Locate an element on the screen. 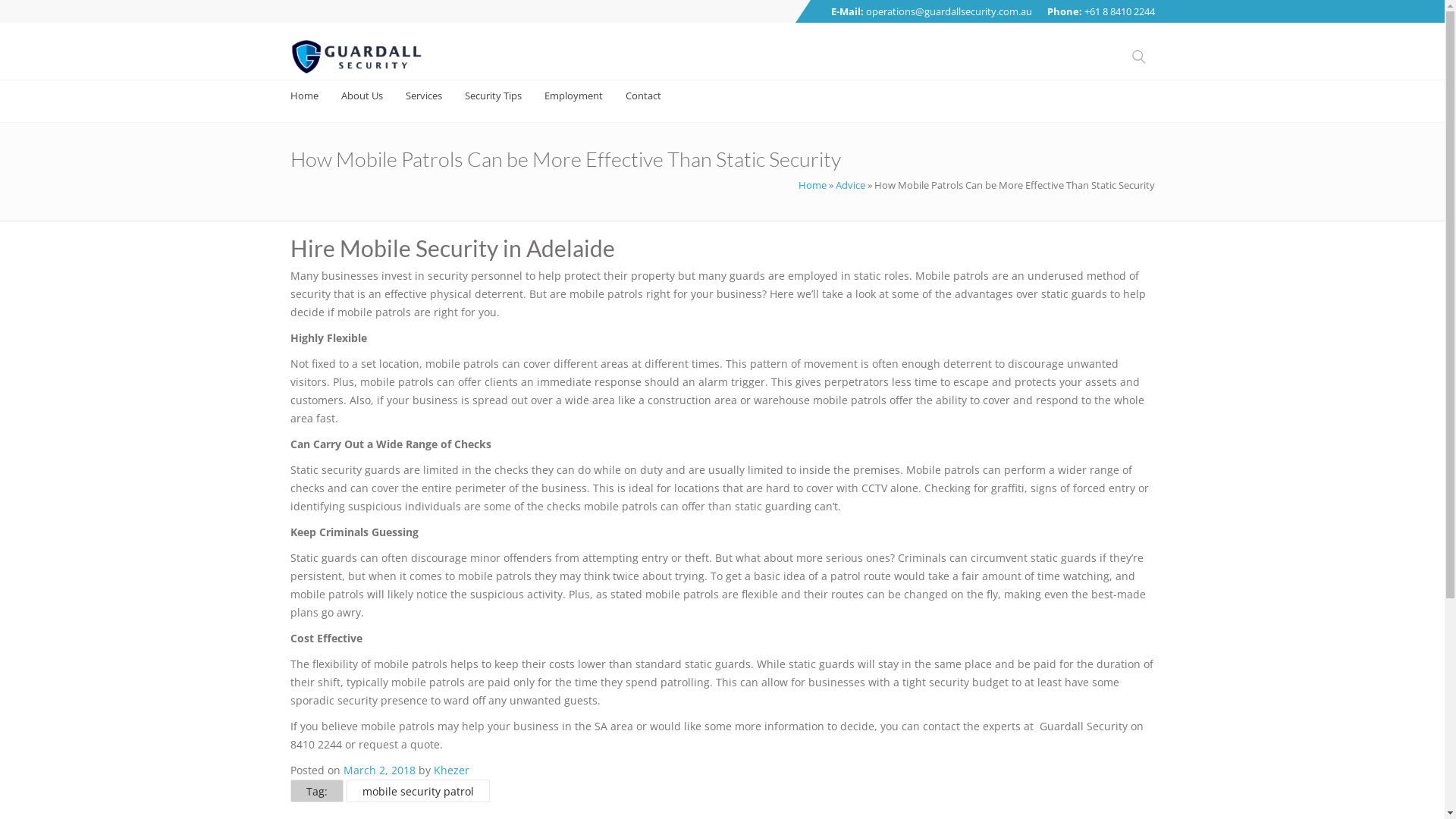 The height and width of the screenshot is (819, 1456). 'Services' is located at coordinates (404, 96).